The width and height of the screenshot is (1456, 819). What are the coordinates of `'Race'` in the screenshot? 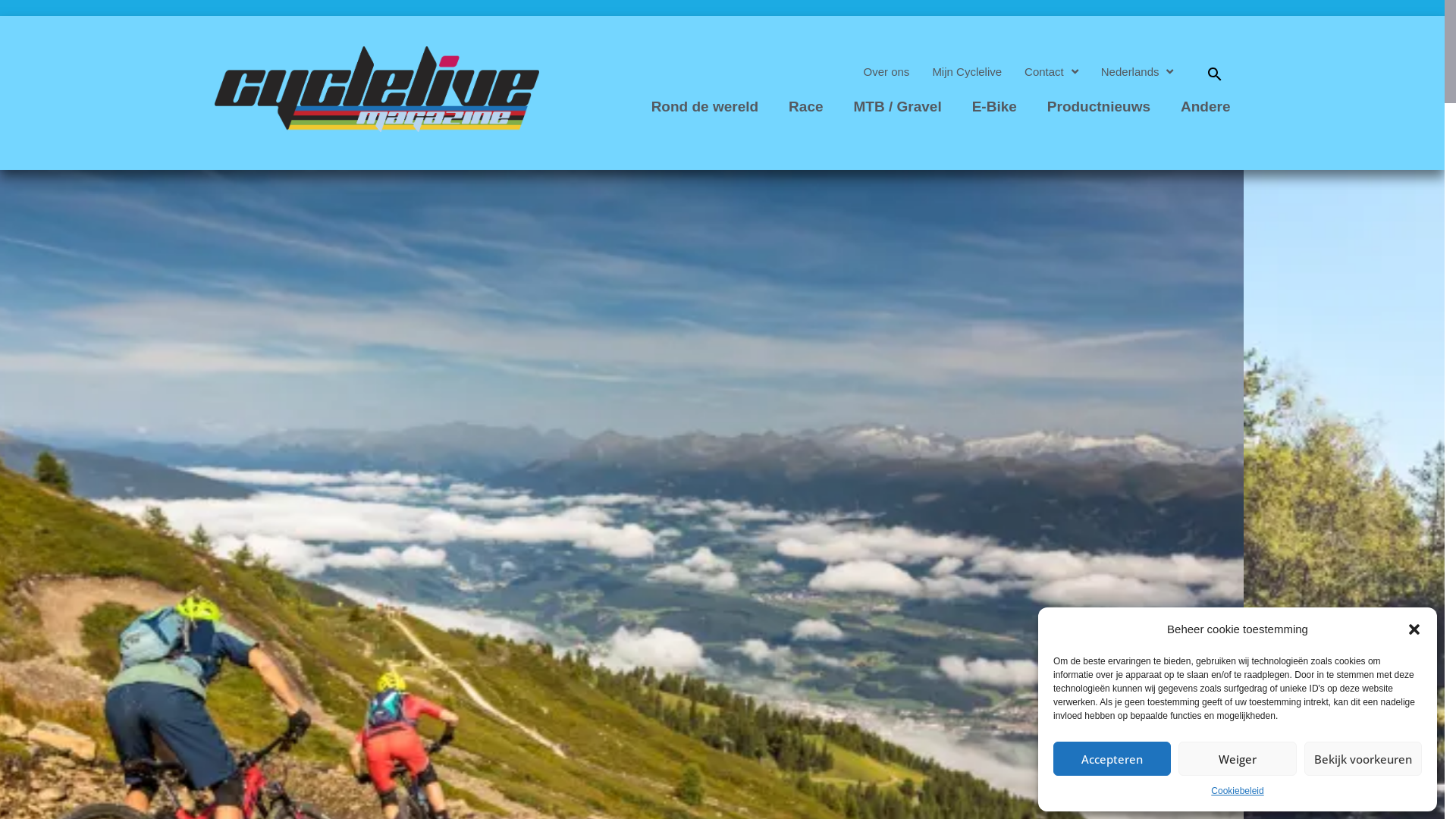 It's located at (777, 106).